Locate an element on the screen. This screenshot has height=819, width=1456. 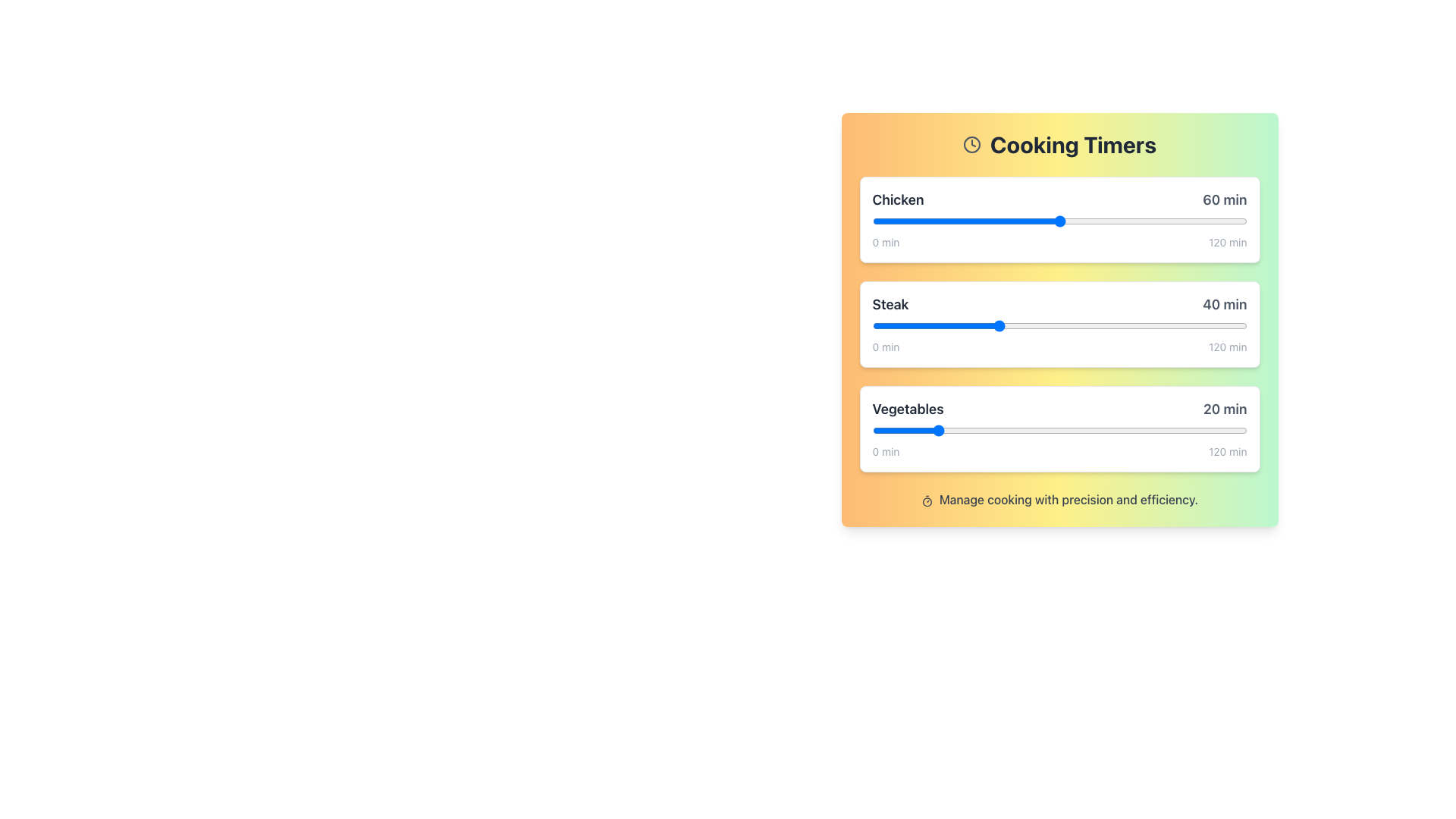
the text label that indicates the currently set time for the Chicken timer in minutes, positioned at the top right of the first timer section in the cooking timer interface is located at coordinates (1225, 199).